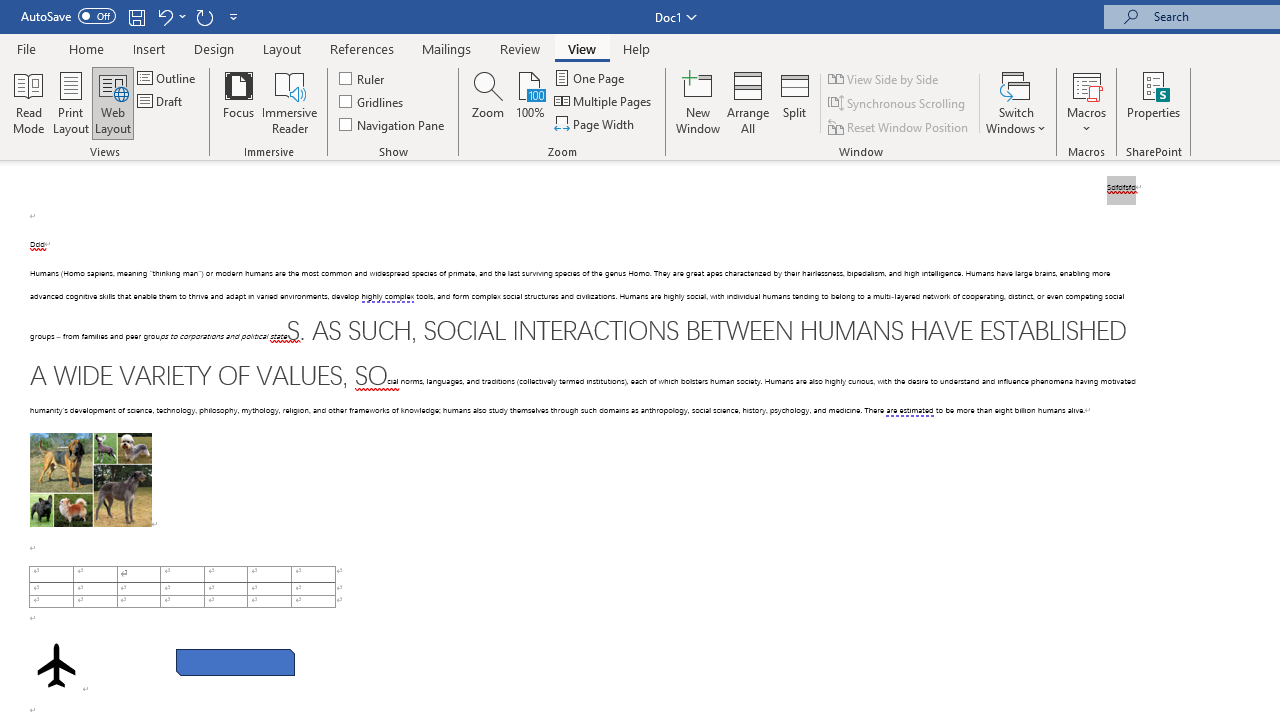  What do you see at coordinates (288, 103) in the screenshot?
I see `'Immersive Reader'` at bounding box center [288, 103].